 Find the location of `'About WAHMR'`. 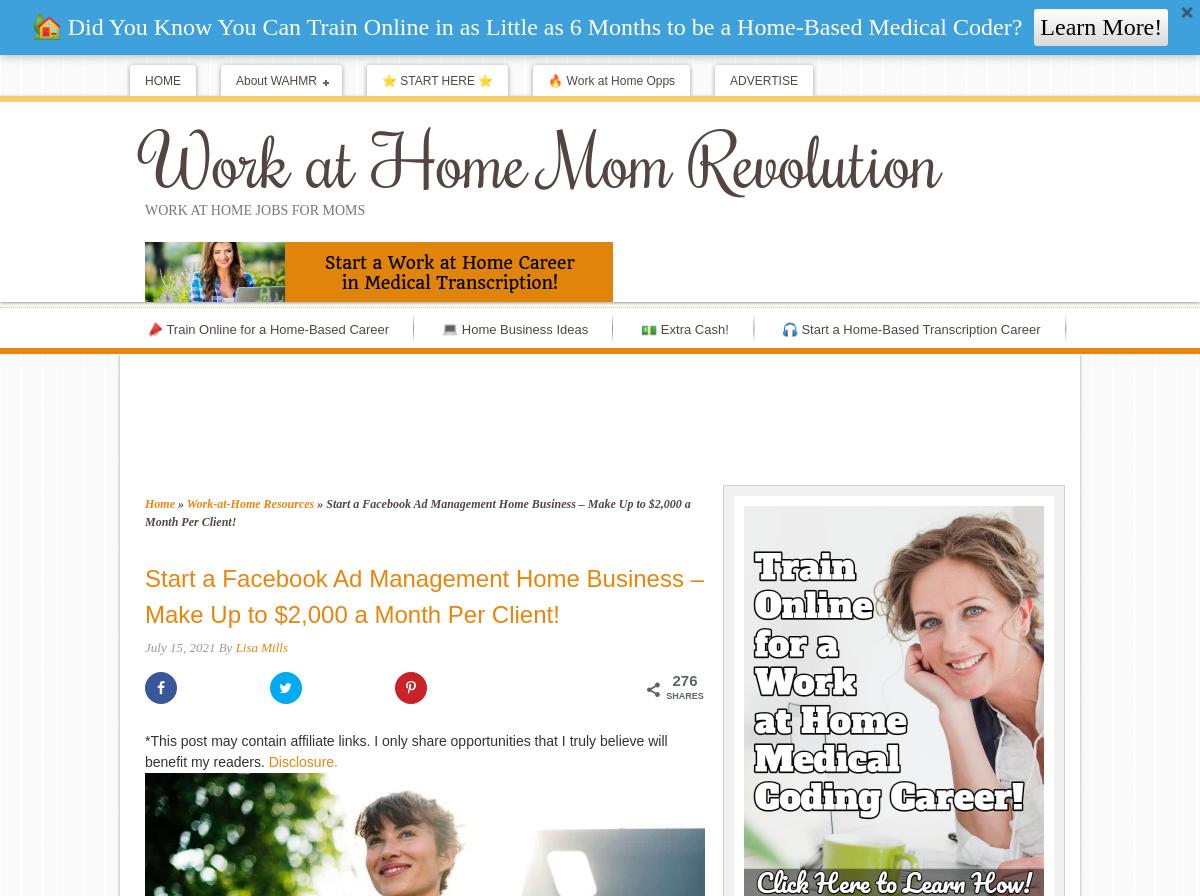

'About WAHMR' is located at coordinates (275, 80).